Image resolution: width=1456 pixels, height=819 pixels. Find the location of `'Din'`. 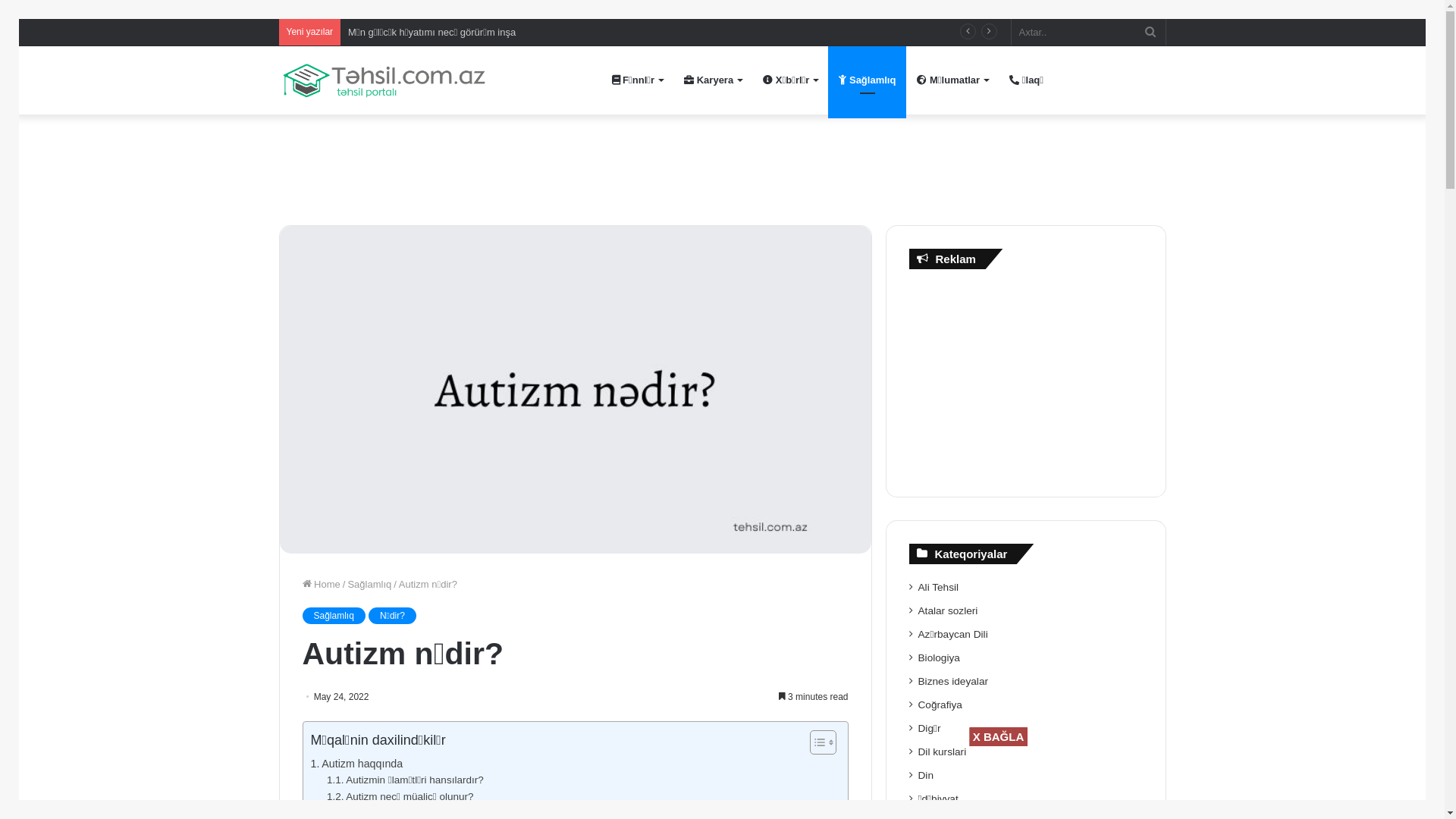

'Din' is located at coordinates (924, 775).